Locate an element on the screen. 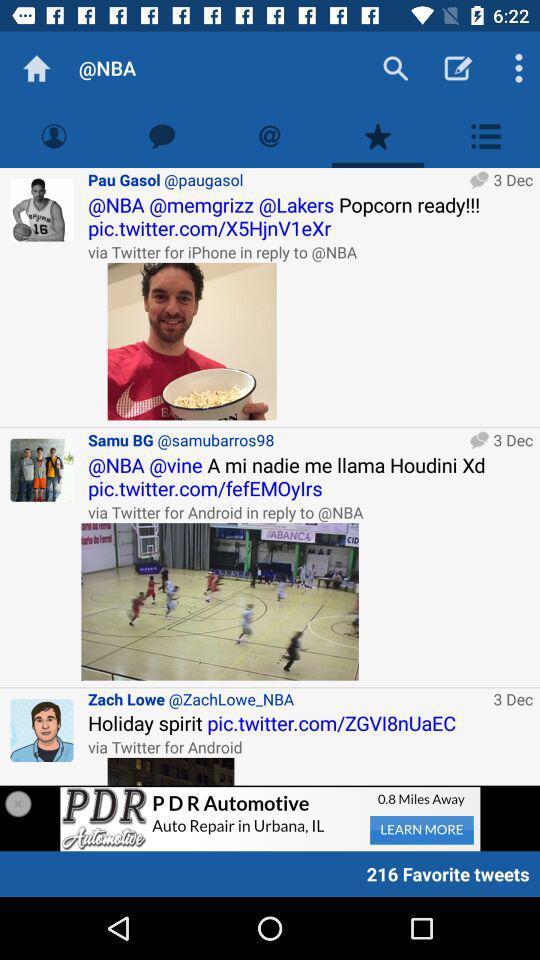 Image resolution: width=540 pixels, height=960 pixels. icon above the via twitter for icon is located at coordinates (310, 216).